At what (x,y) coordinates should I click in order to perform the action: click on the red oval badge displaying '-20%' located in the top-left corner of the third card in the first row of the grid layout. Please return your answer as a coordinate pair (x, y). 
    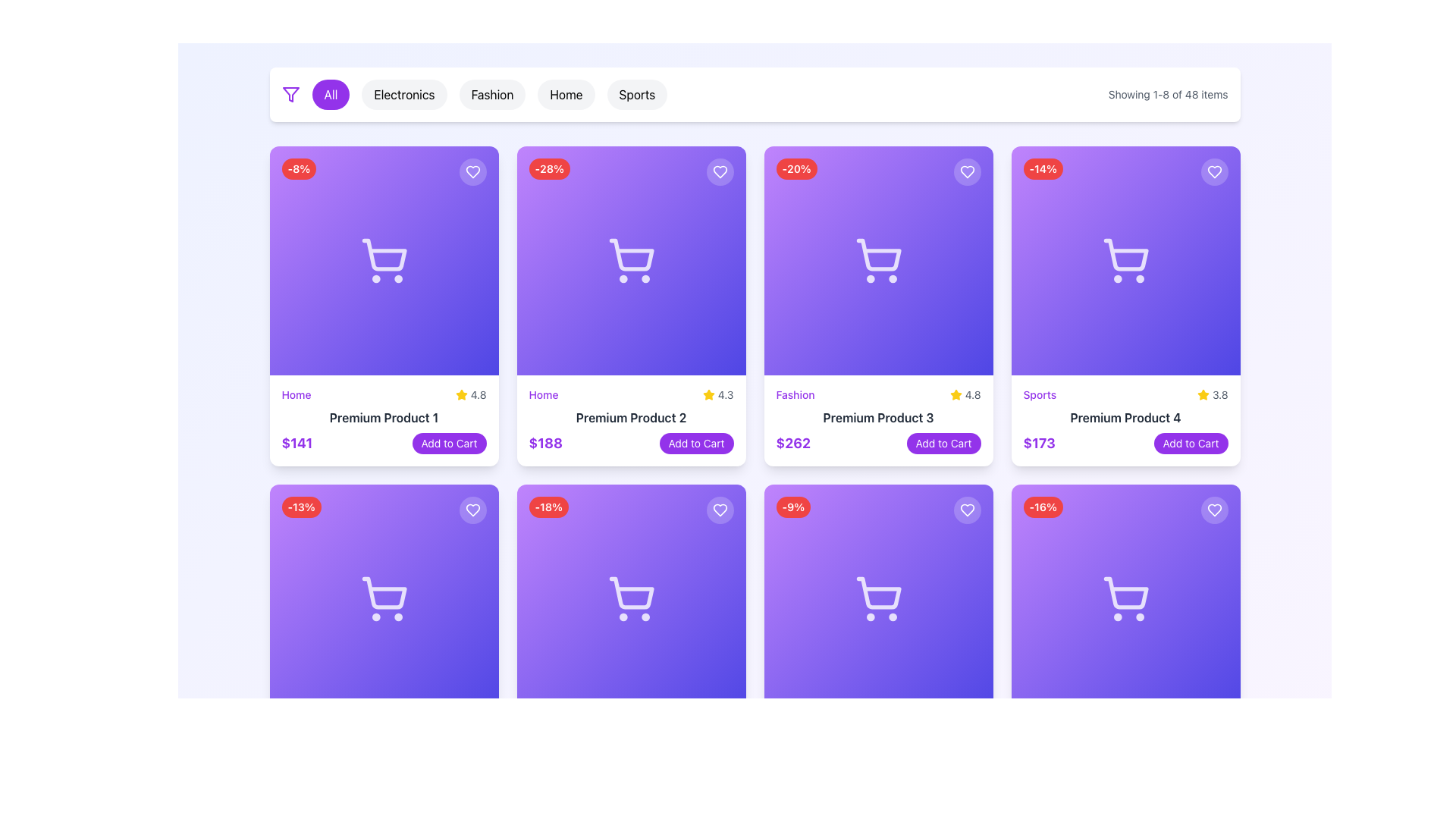
    Looking at the image, I should click on (795, 169).